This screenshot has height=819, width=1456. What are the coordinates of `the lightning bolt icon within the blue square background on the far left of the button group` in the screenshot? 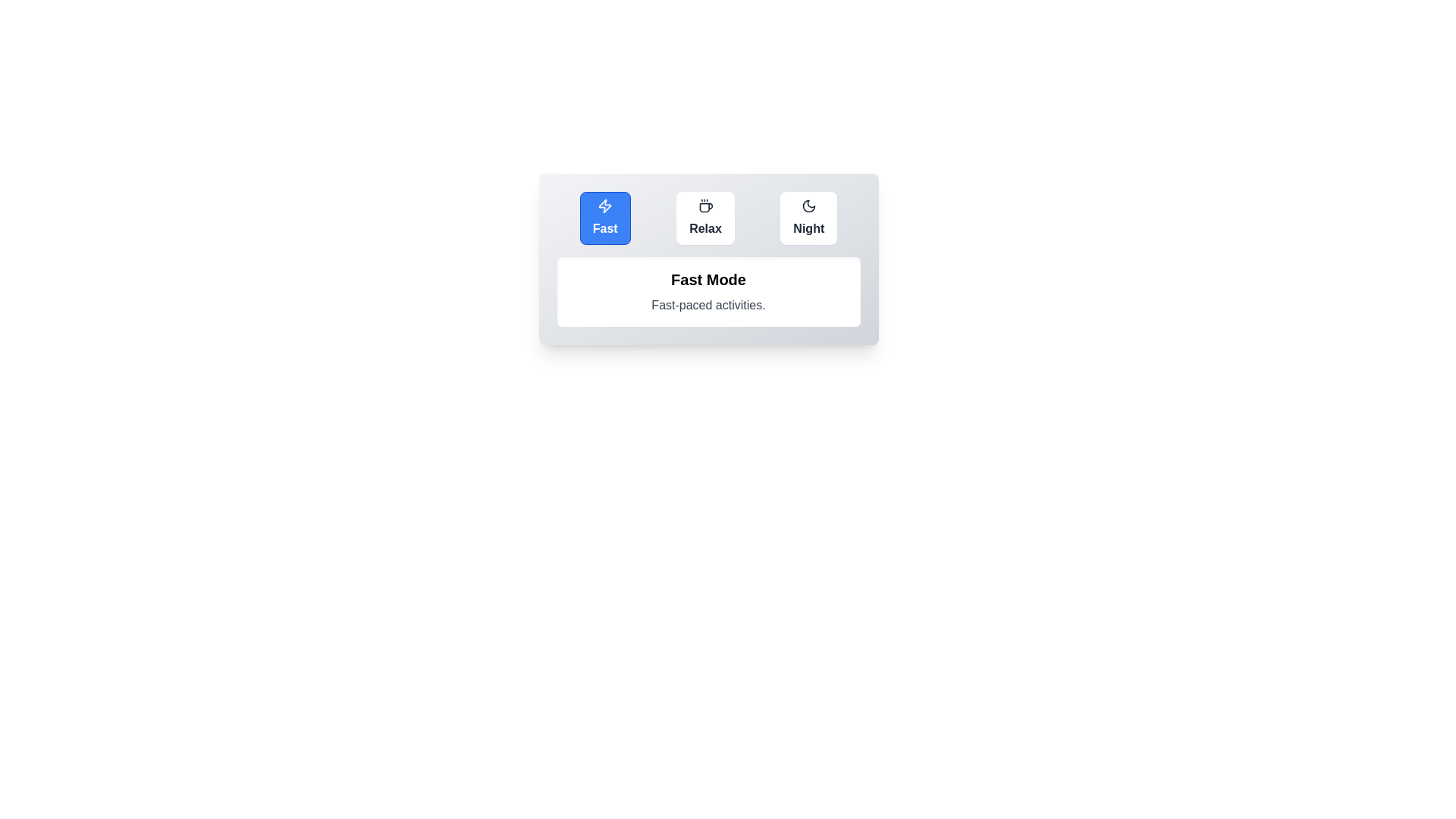 It's located at (604, 206).